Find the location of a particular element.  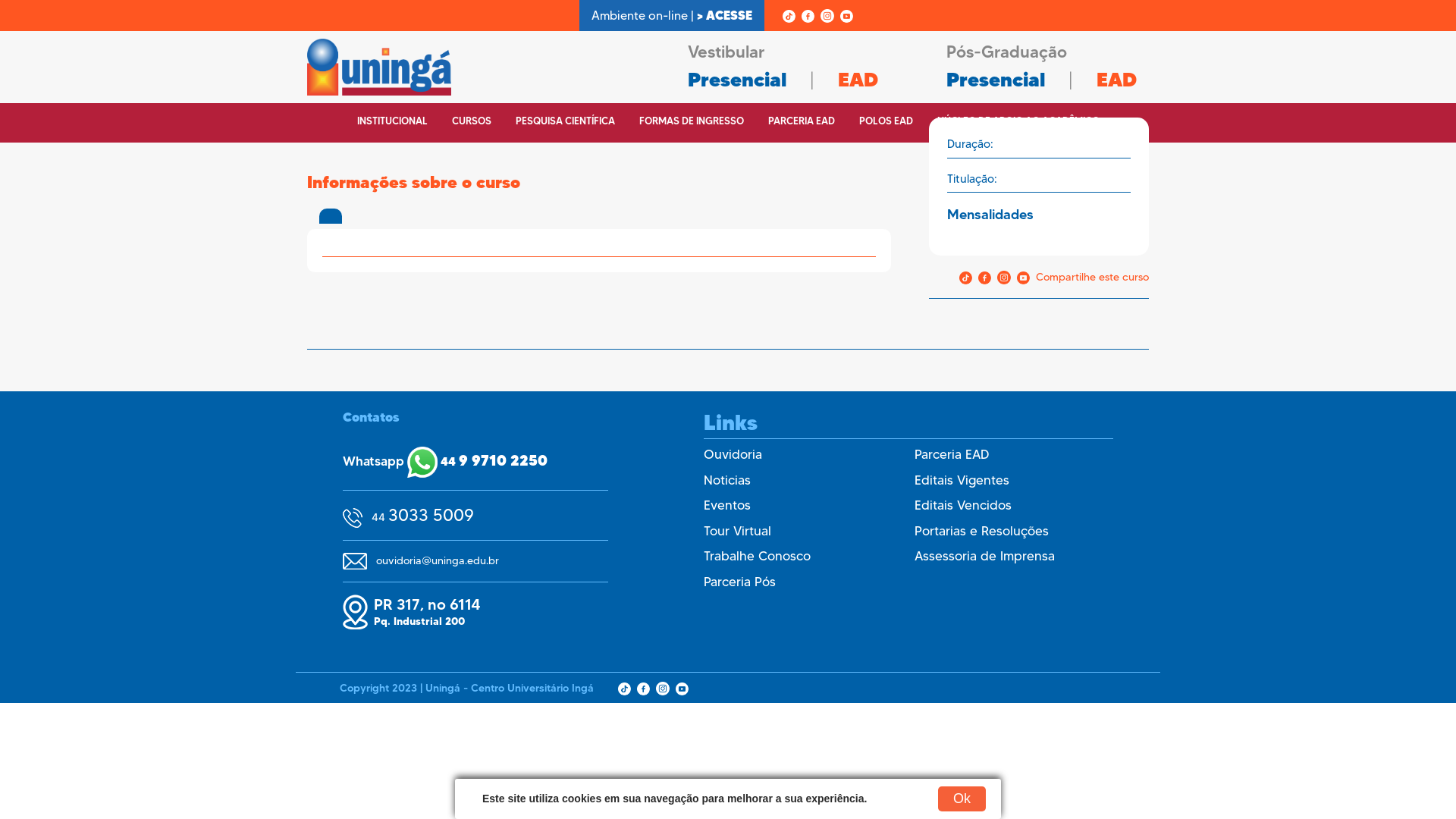

'ouvidoria@uninga.edu.br' is located at coordinates (475, 561).